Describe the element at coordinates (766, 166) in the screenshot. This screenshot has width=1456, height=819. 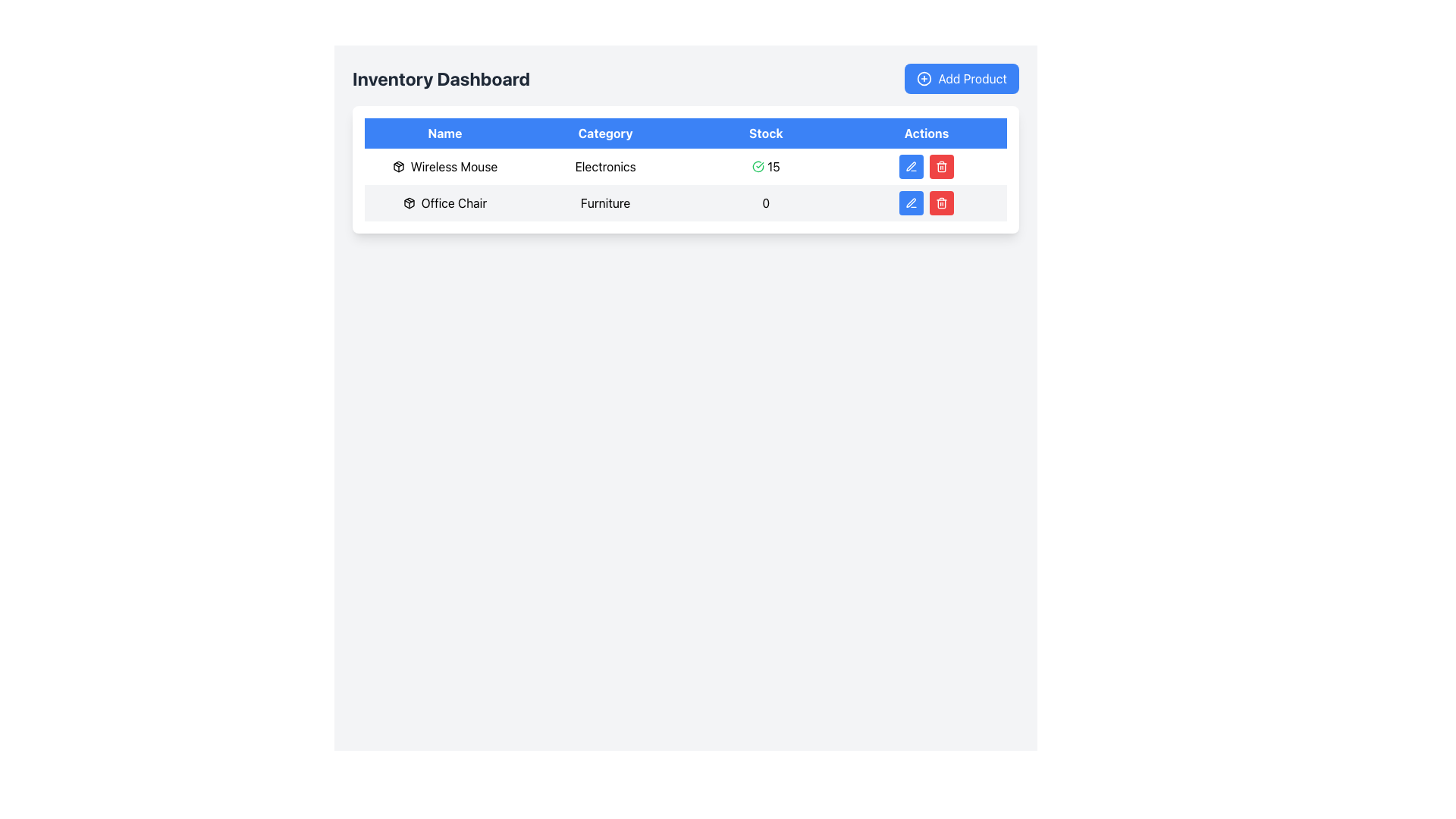
I see `the green checkmark icon of the stock indicator for the product 'Wireless Mouse' to perform related actions` at that location.